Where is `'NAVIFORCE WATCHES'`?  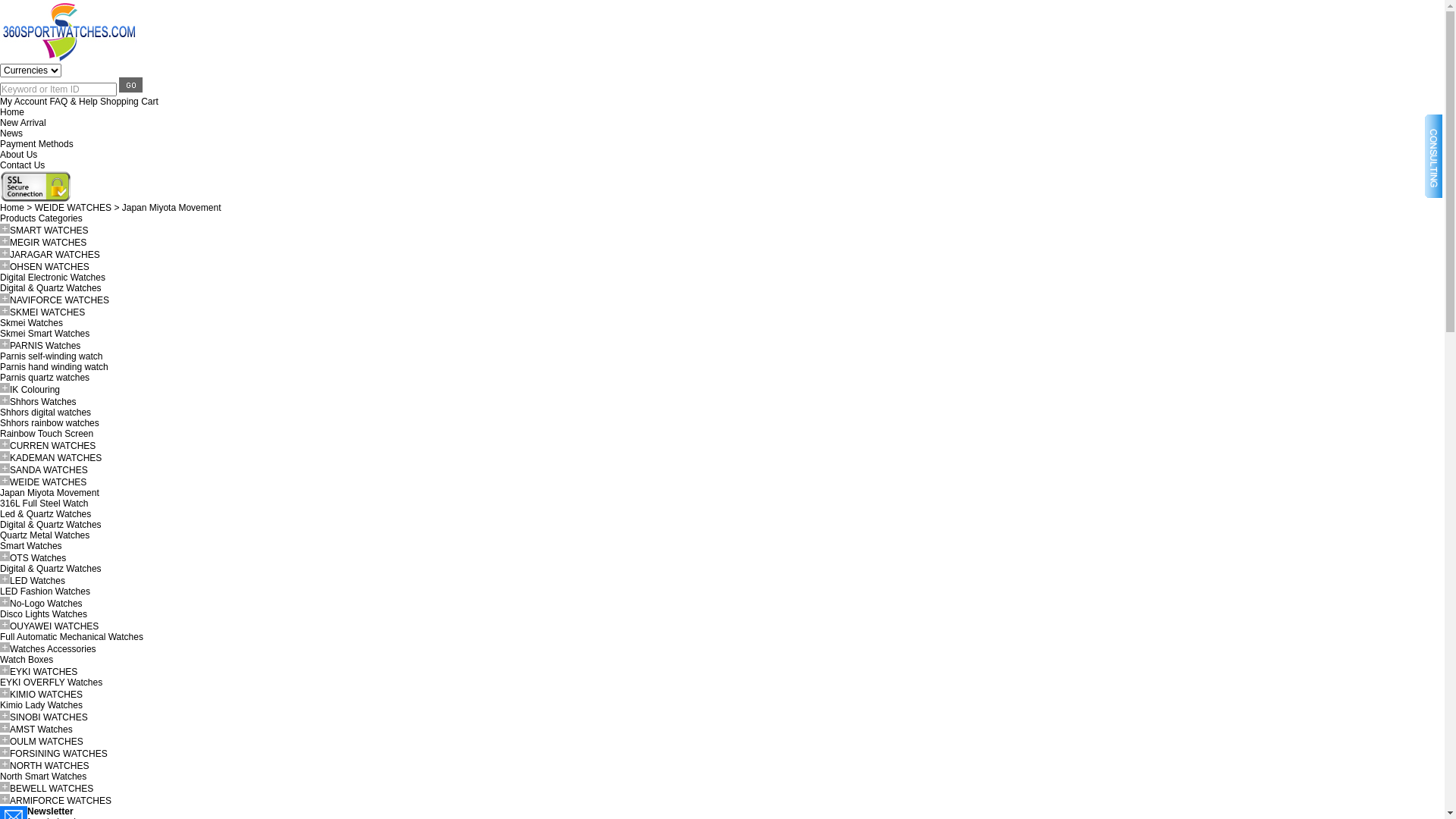
'NAVIFORCE WATCHES' is located at coordinates (59, 300).